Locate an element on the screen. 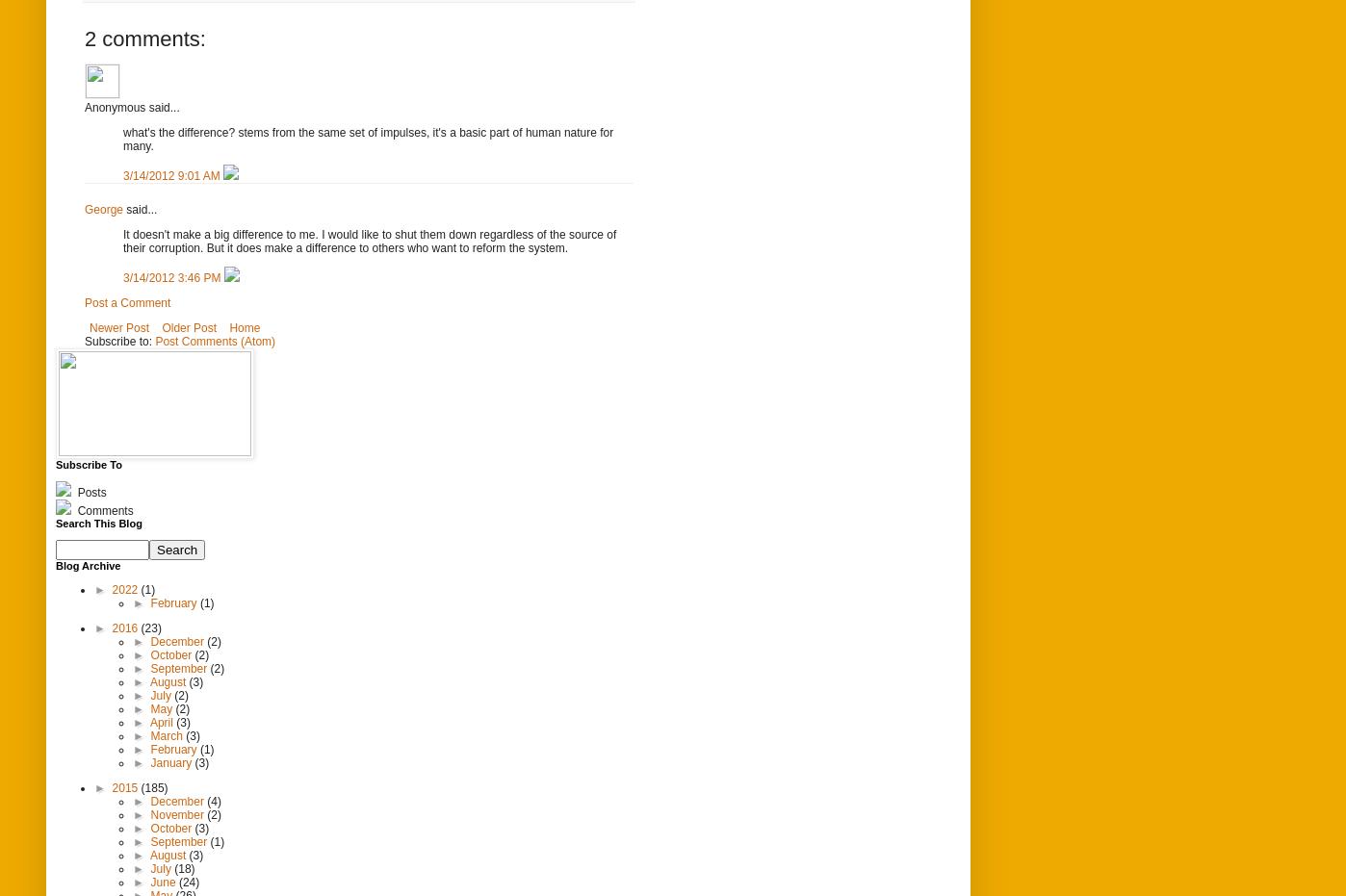 This screenshot has width=1346, height=896. 'Posts' is located at coordinates (90, 492).